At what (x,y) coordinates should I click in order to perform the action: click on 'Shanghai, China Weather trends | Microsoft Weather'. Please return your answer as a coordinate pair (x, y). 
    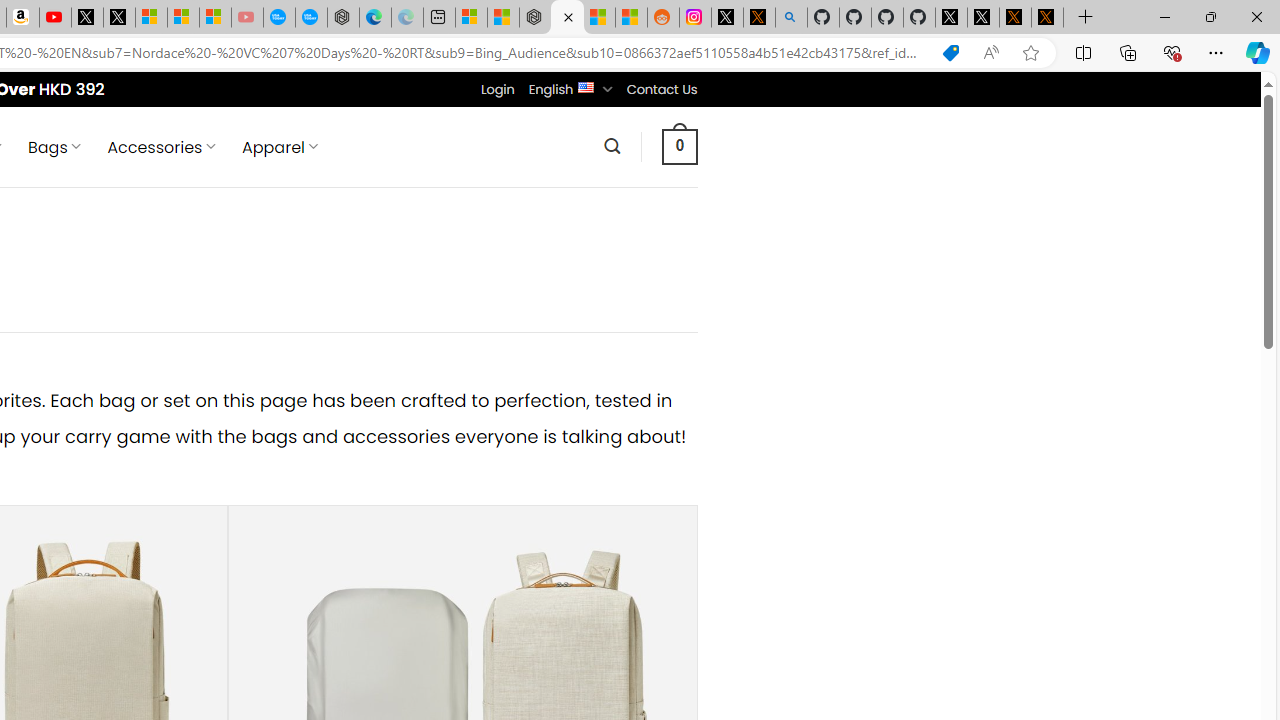
    Looking at the image, I should click on (630, 17).